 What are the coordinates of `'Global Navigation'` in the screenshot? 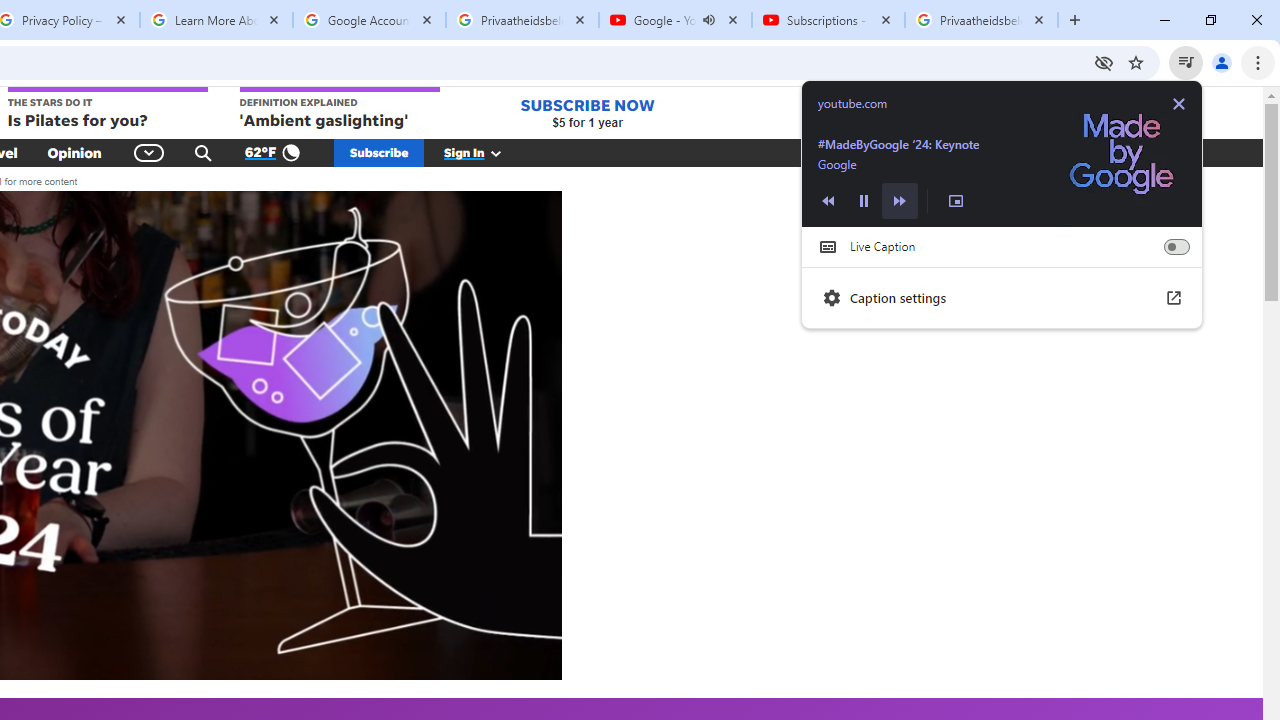 It's located at (148, 152).